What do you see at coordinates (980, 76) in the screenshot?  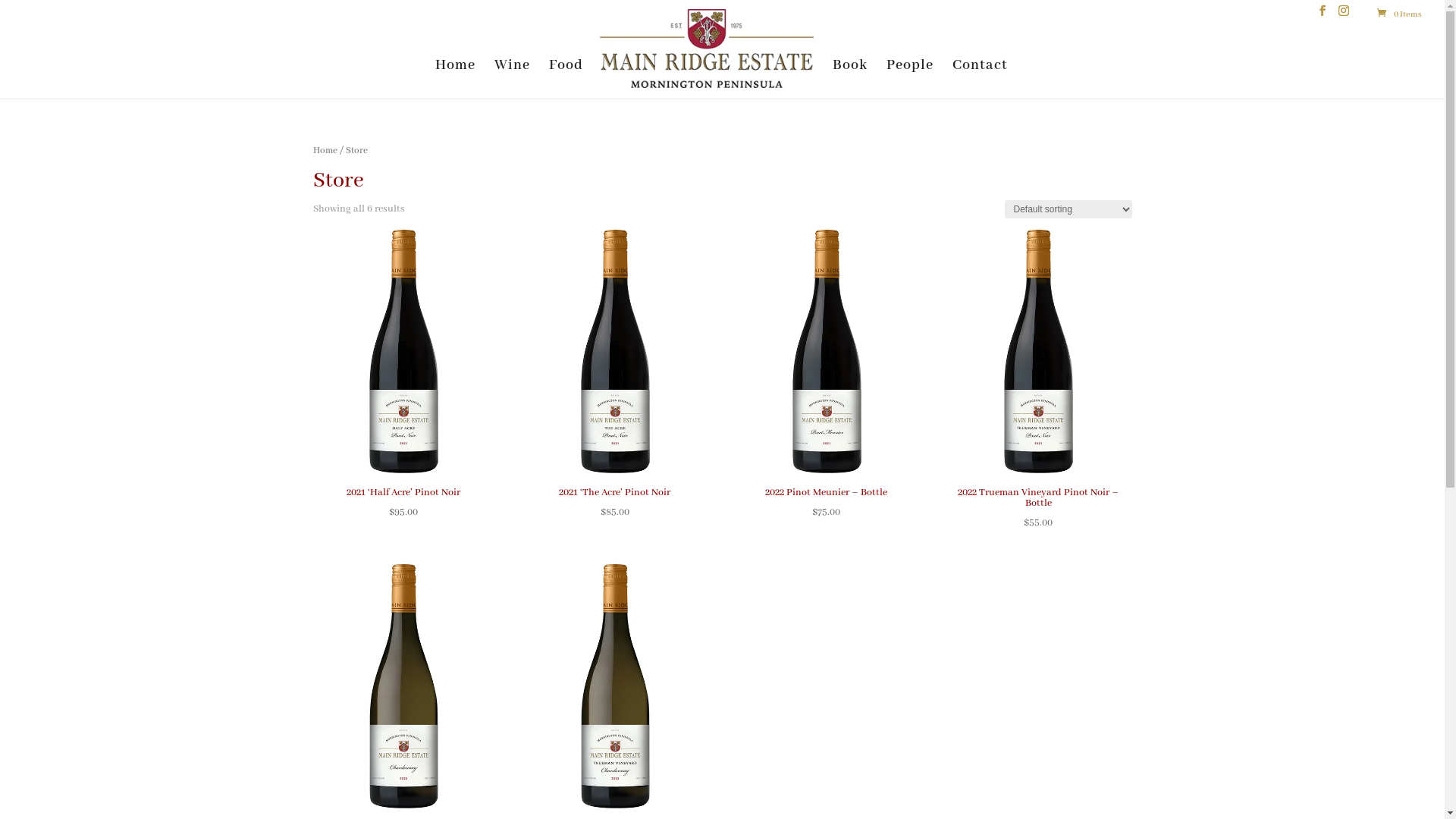 I see `'Contact'` at bounding box center [980, 76].